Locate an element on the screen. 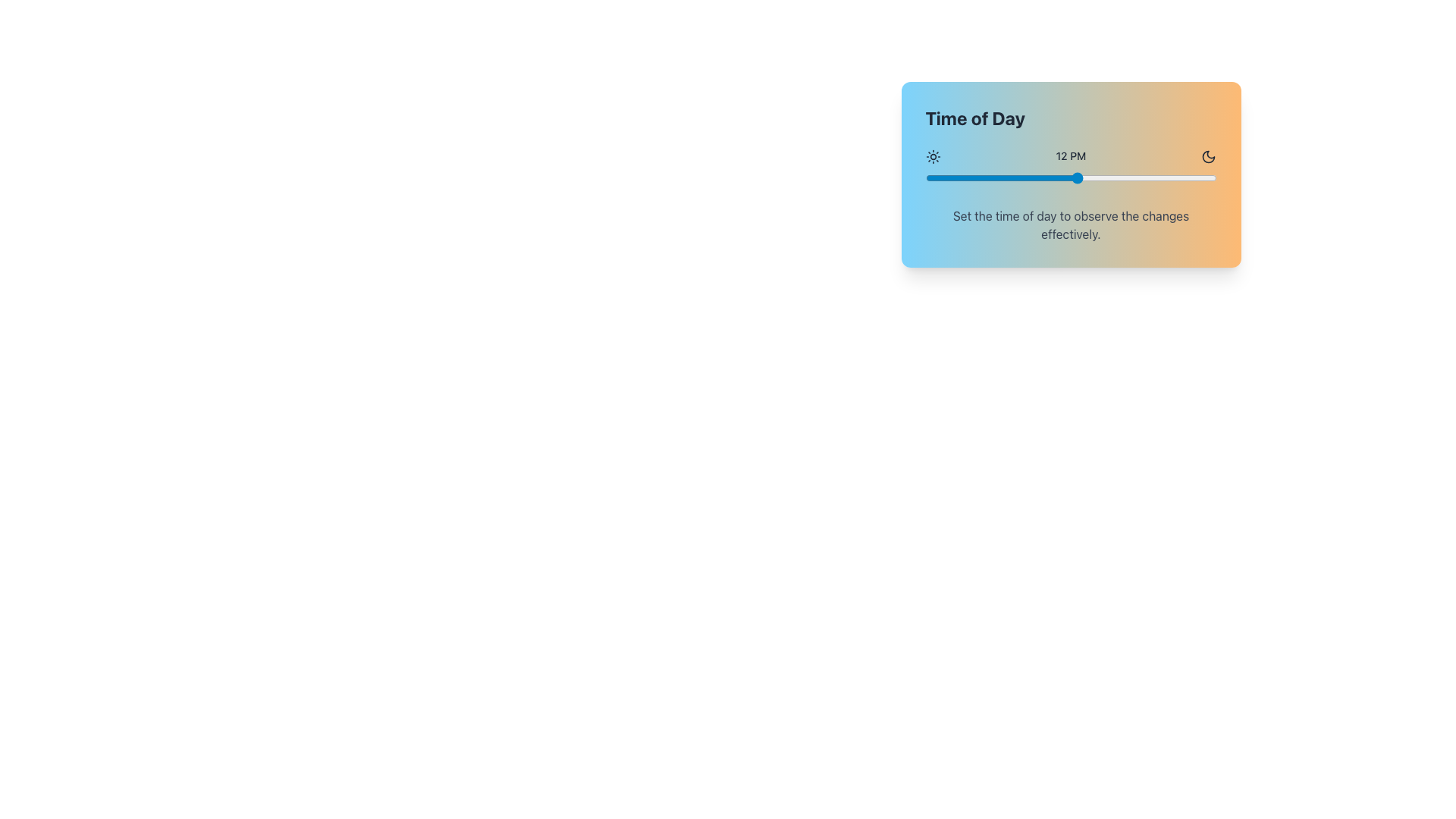 The width and height of the screenshot is (1456, 819). the sun-like icon with a circular core and radiating lines, located to the left of the '12 PM' time indicator is located at coordinates (932, 156).